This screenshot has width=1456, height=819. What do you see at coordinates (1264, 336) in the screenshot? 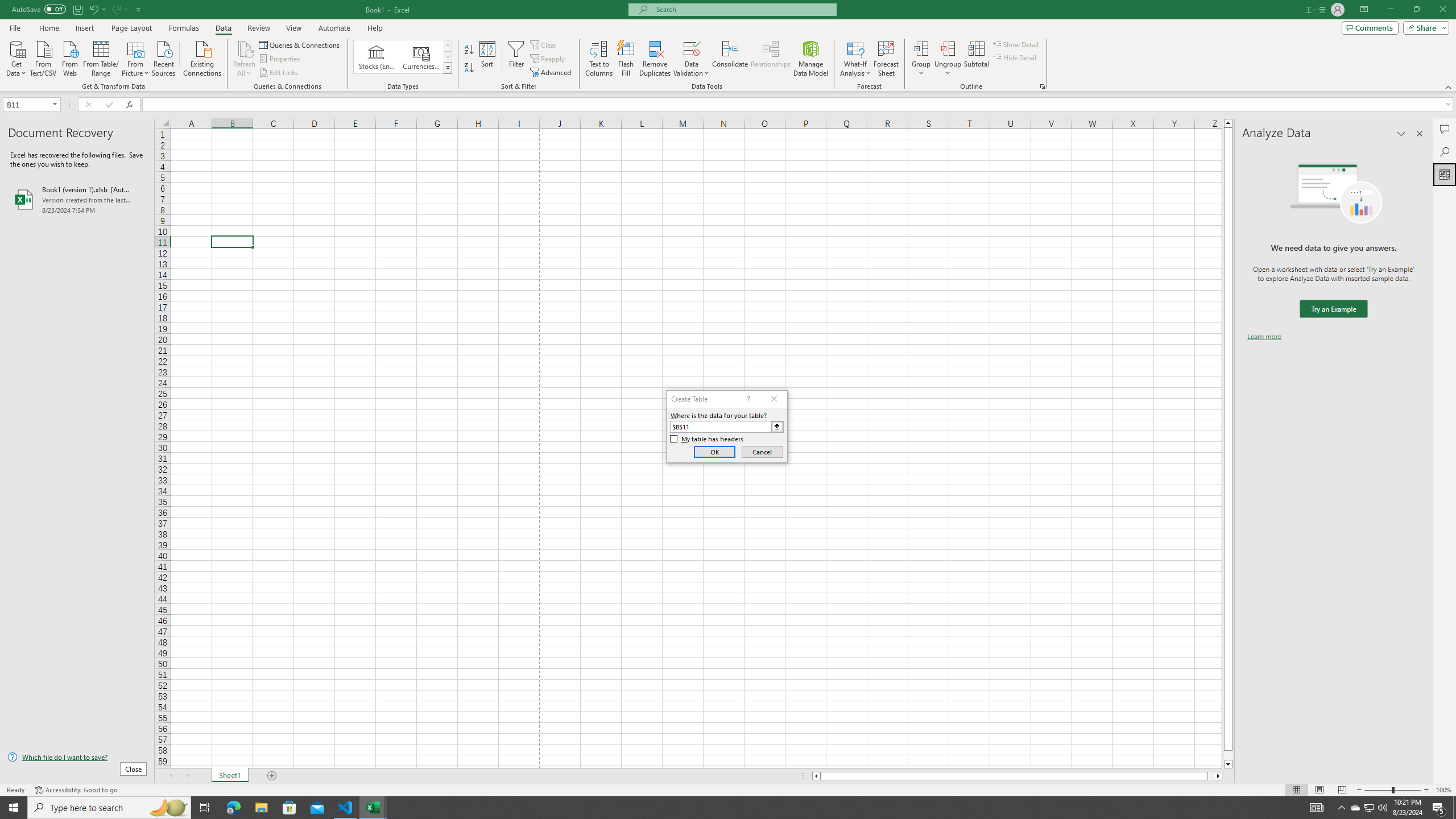
I see `'Learn more'` at bounding box center [1264, 336].